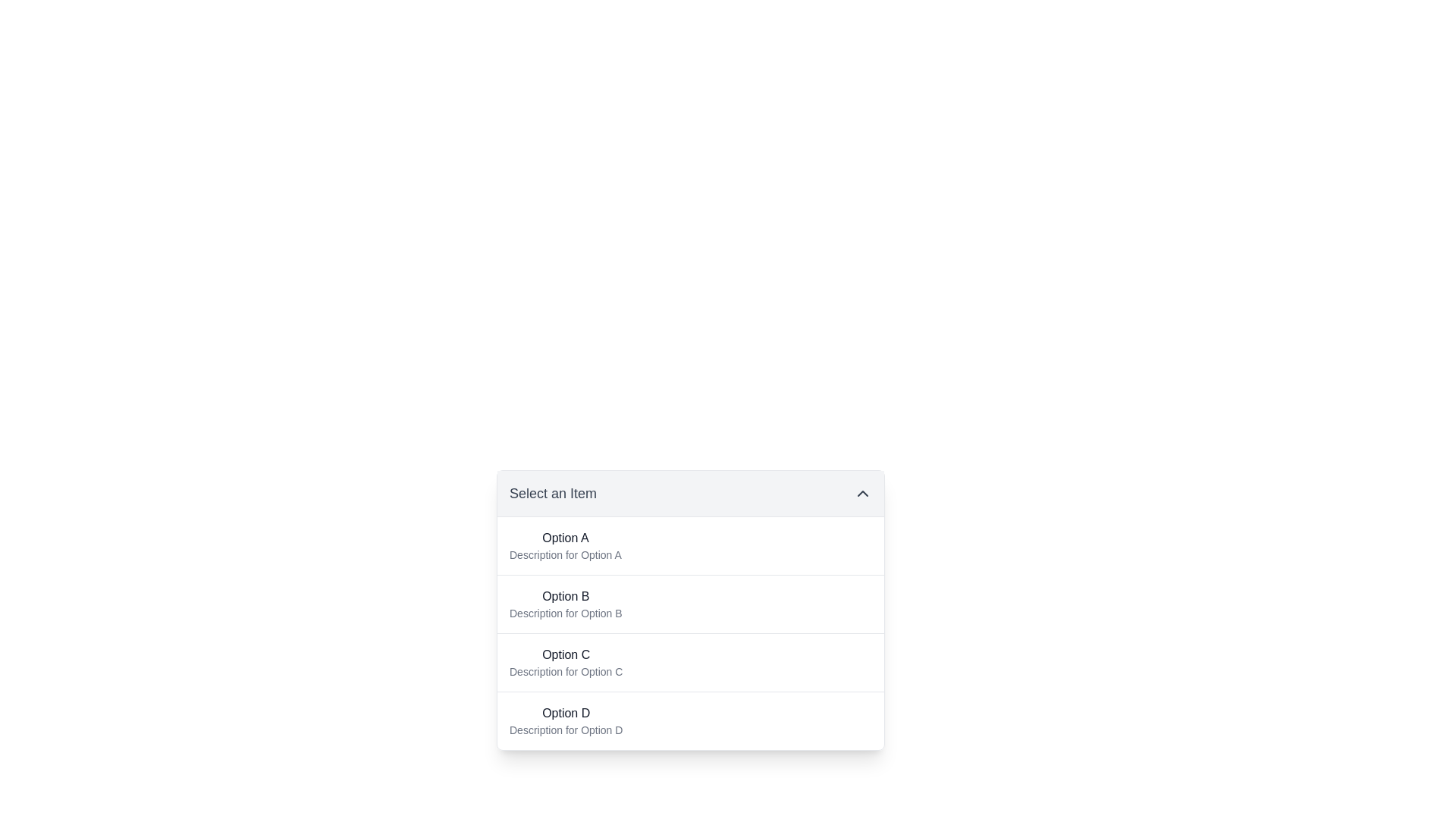 The width and height of the screenshot is (1456, 819). What do you see at coordinates (565, 720) in the screenshot?
I see `the list item titled 'Option D' in the dropdown menu 'Select an Item'` at bounding box center [565, 720].